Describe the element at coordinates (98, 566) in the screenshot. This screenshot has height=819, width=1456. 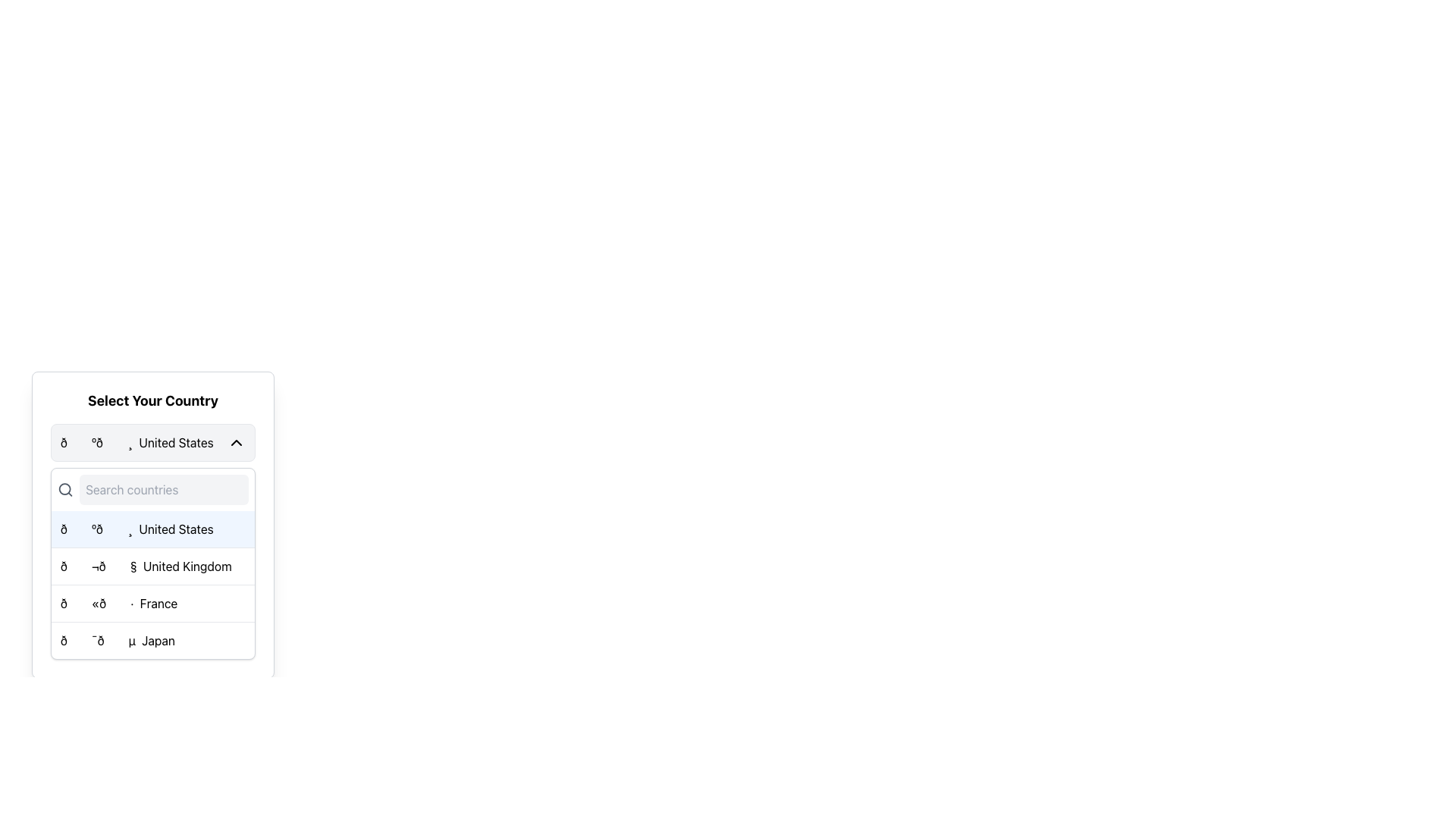
I see `the 'United Kingdom' country selection icon represented by an emoji-like flag symbol in the dropdown menu labeled 'Select Your Country'` at that location.